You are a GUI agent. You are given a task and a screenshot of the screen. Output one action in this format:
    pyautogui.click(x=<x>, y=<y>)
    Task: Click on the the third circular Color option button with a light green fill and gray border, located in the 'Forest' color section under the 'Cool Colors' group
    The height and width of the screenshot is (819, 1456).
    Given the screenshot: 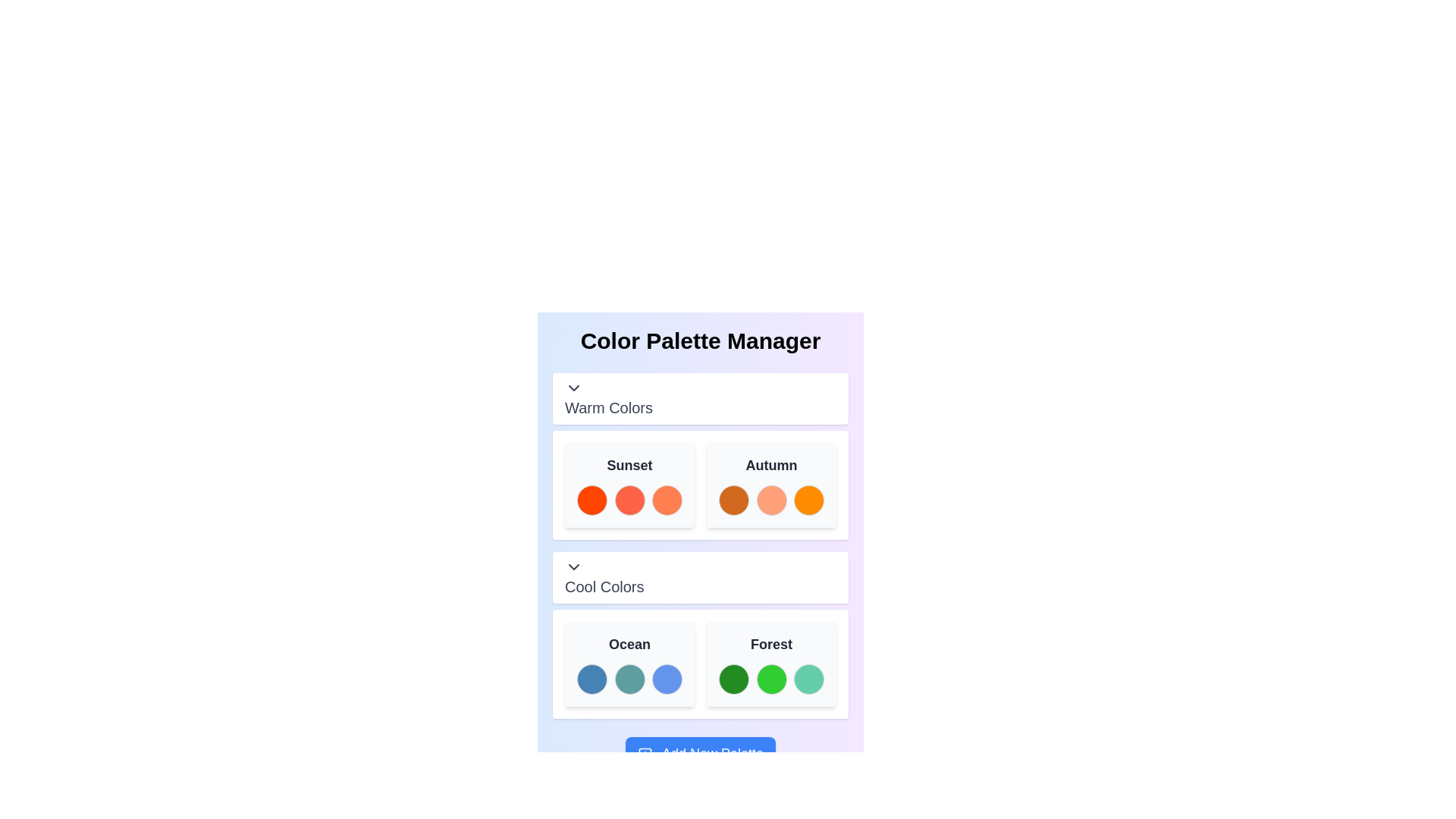 What is the action you would take?
    pyautogui.click(x=808, y=678)
    